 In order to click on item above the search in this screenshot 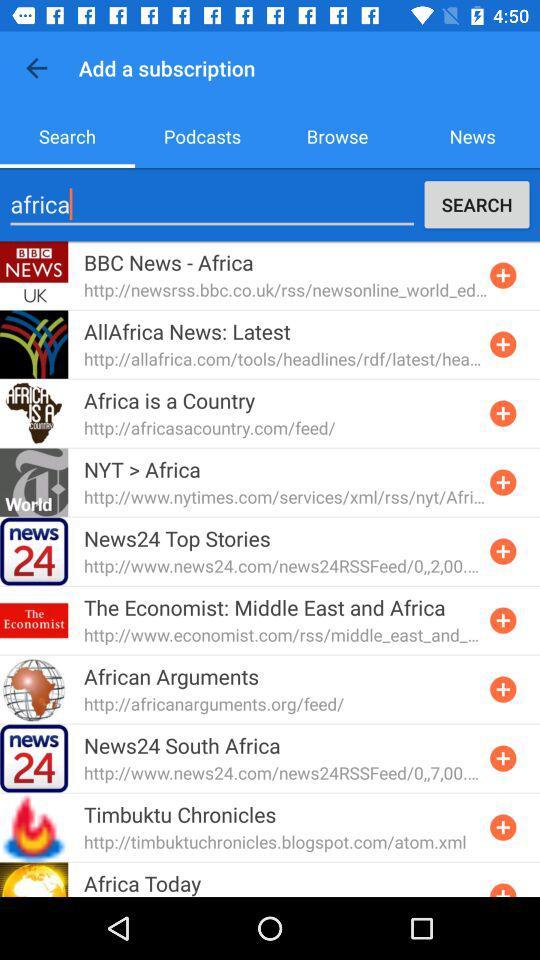, I will do `click(36, 68)`.